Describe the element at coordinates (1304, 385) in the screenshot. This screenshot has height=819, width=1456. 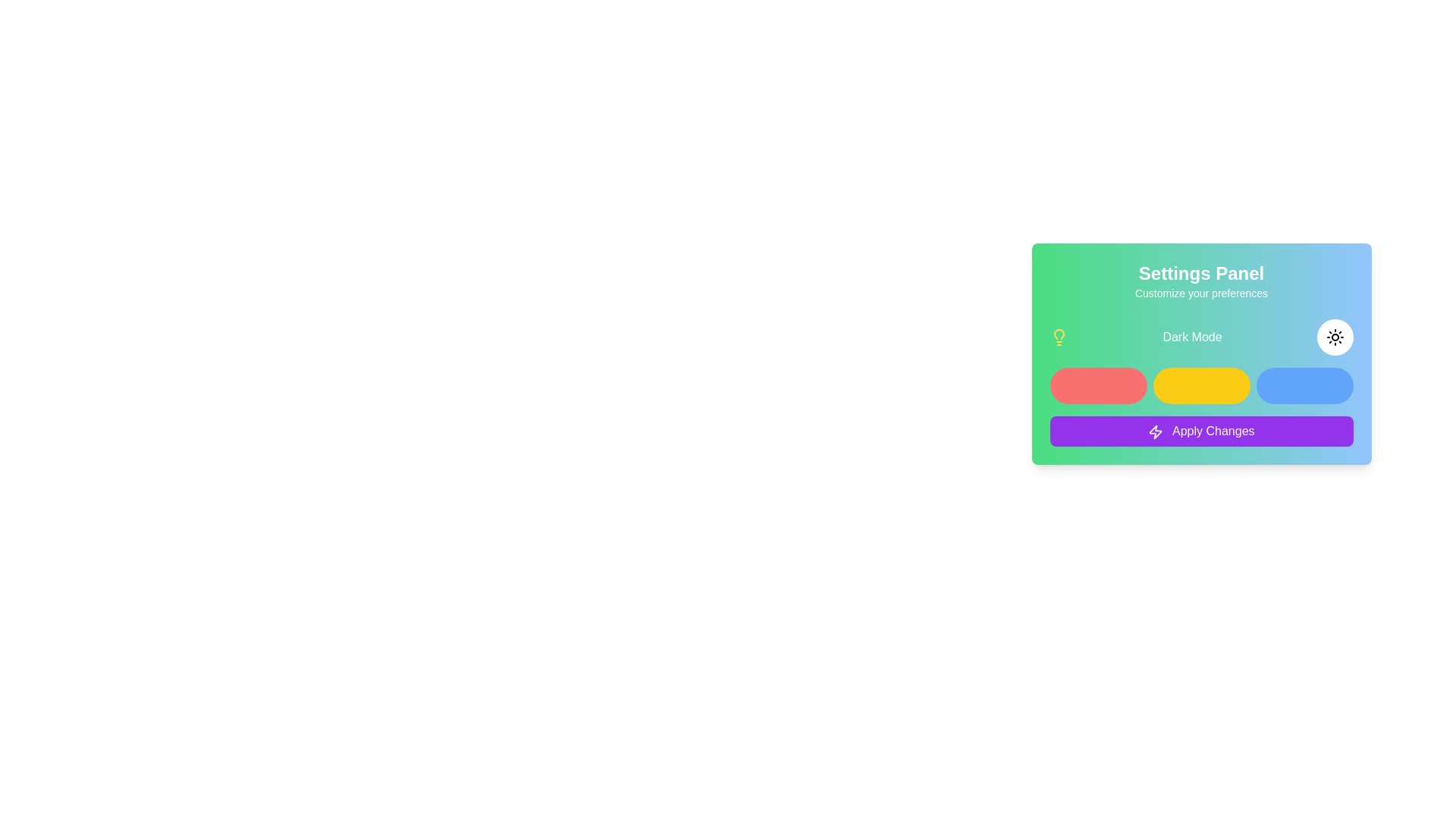
I see `the third button in the row of three pill-shaped buttons located in the top-right corner of the grid to change its color` at that location.